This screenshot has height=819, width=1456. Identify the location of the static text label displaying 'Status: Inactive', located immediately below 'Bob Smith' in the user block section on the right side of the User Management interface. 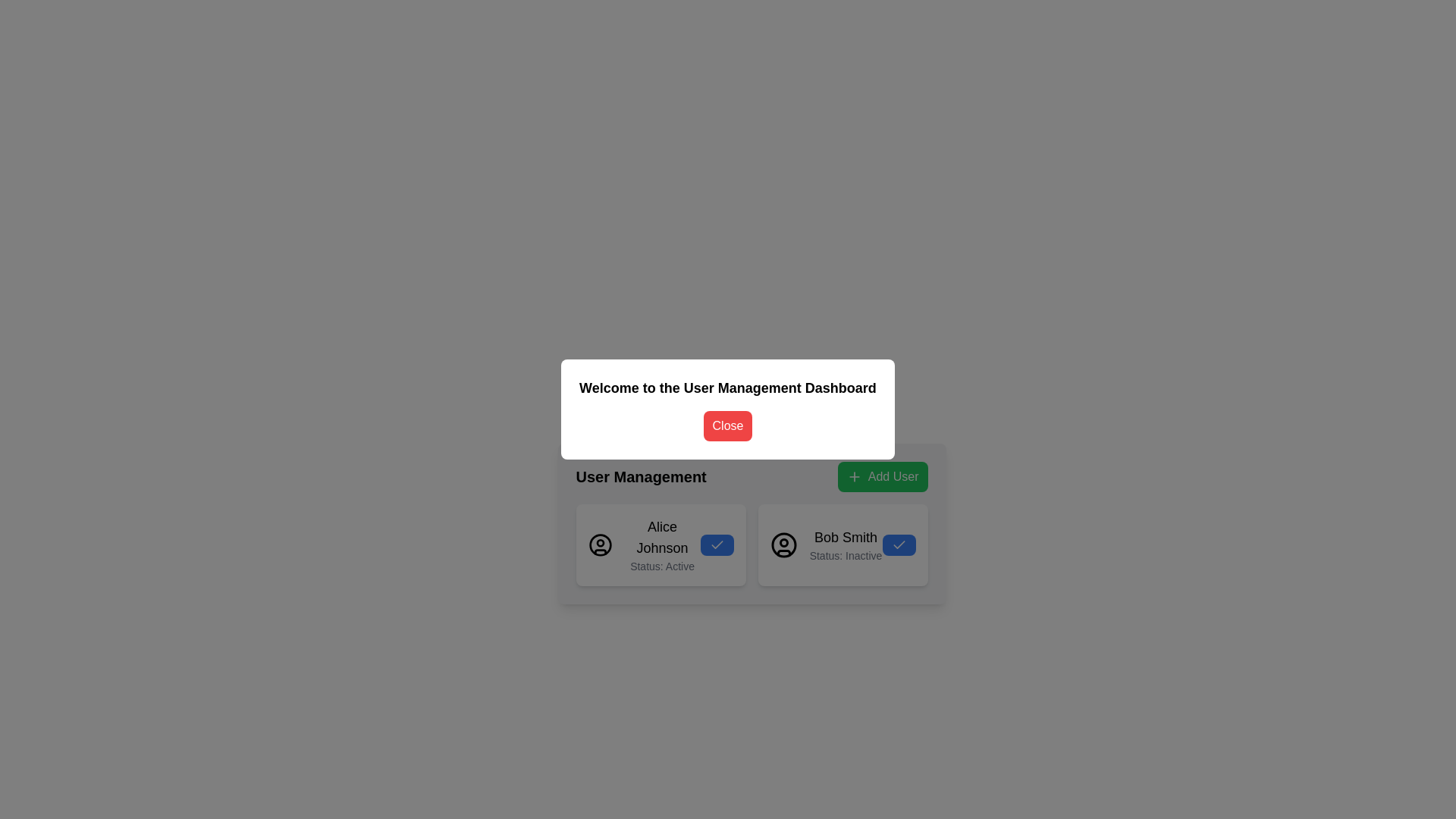
(845, 555).